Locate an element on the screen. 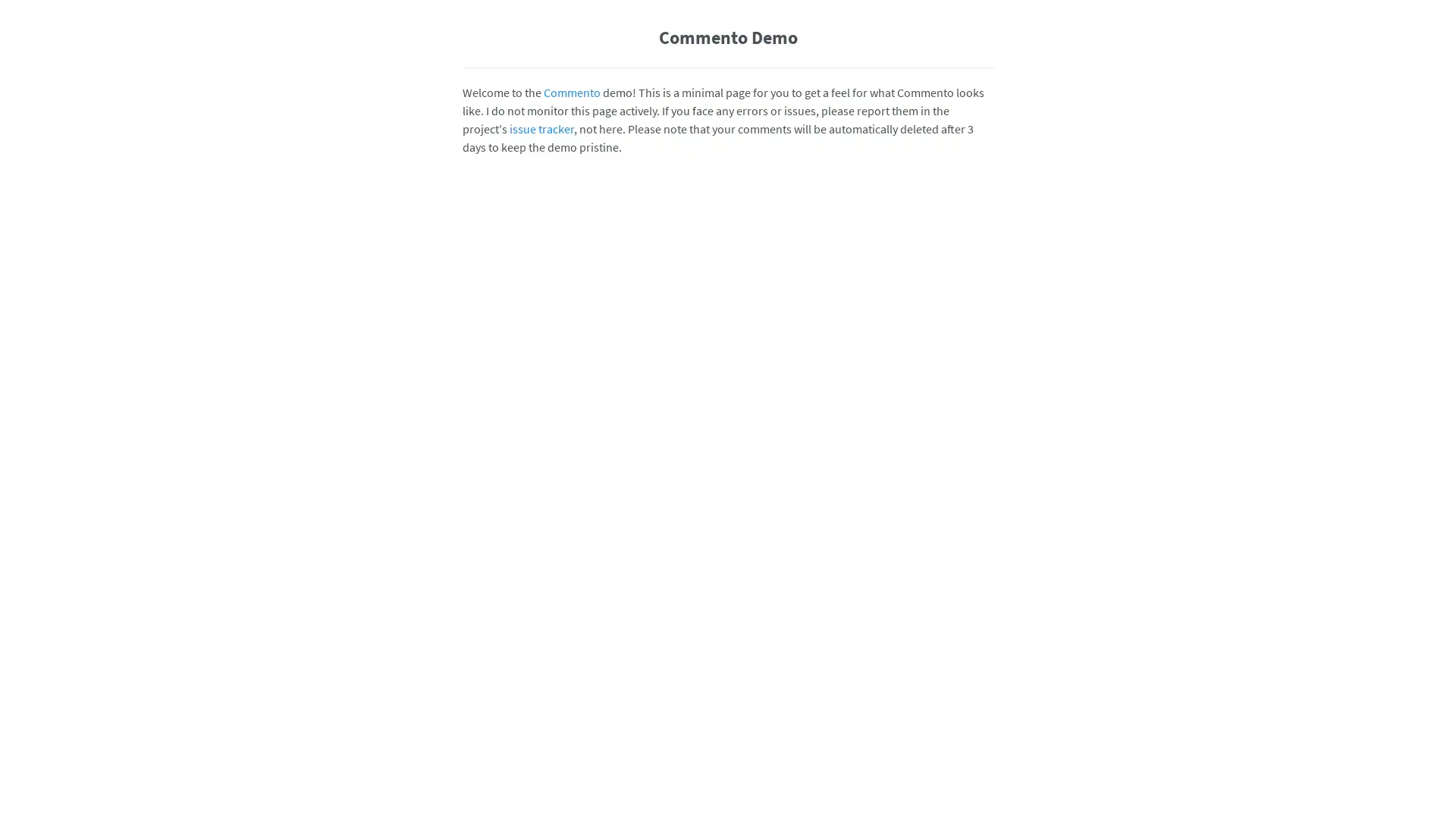  Reply is located at coordinates (910, 549).